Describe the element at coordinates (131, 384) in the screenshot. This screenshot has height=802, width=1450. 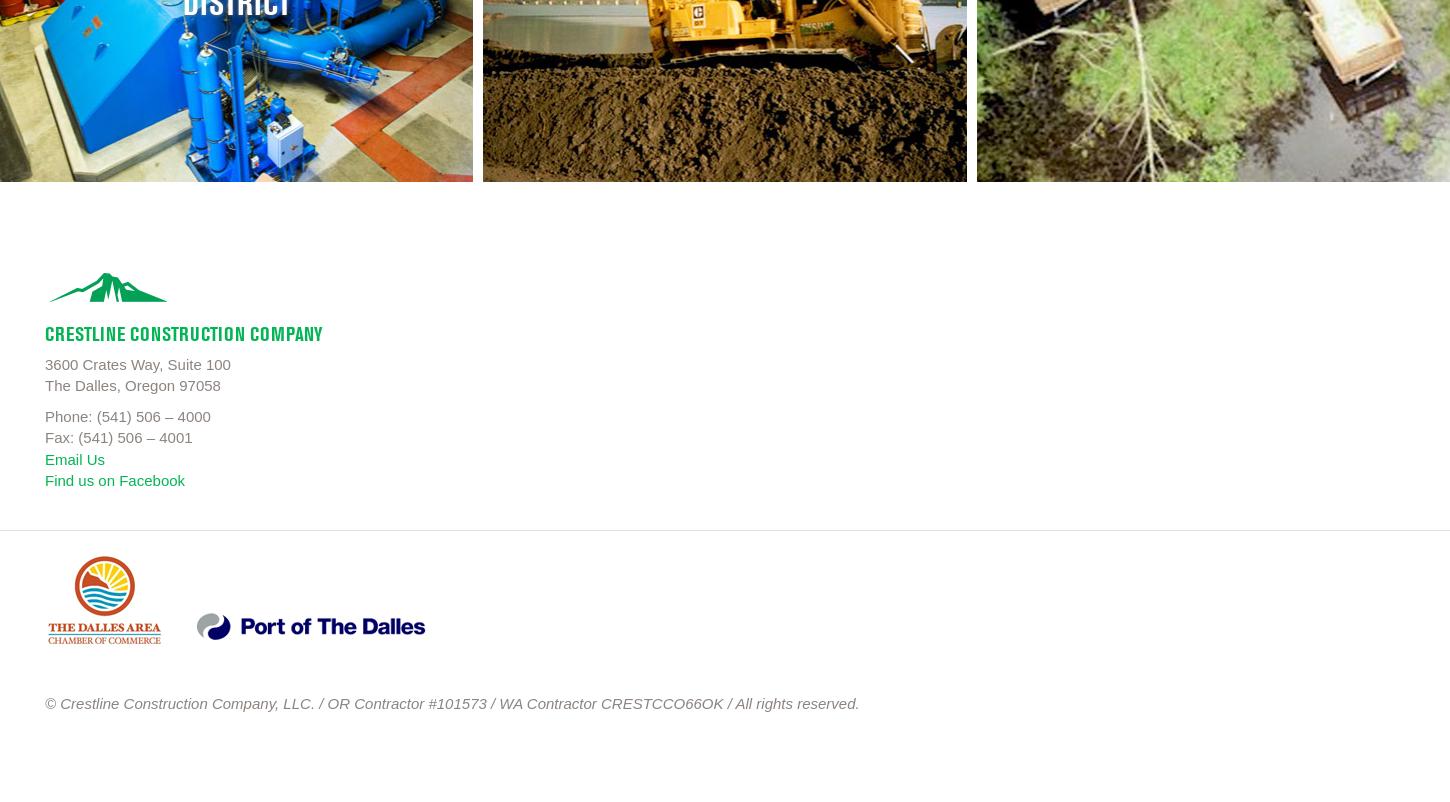
I see `'The Dalles, Oregon 97058'` at that location.